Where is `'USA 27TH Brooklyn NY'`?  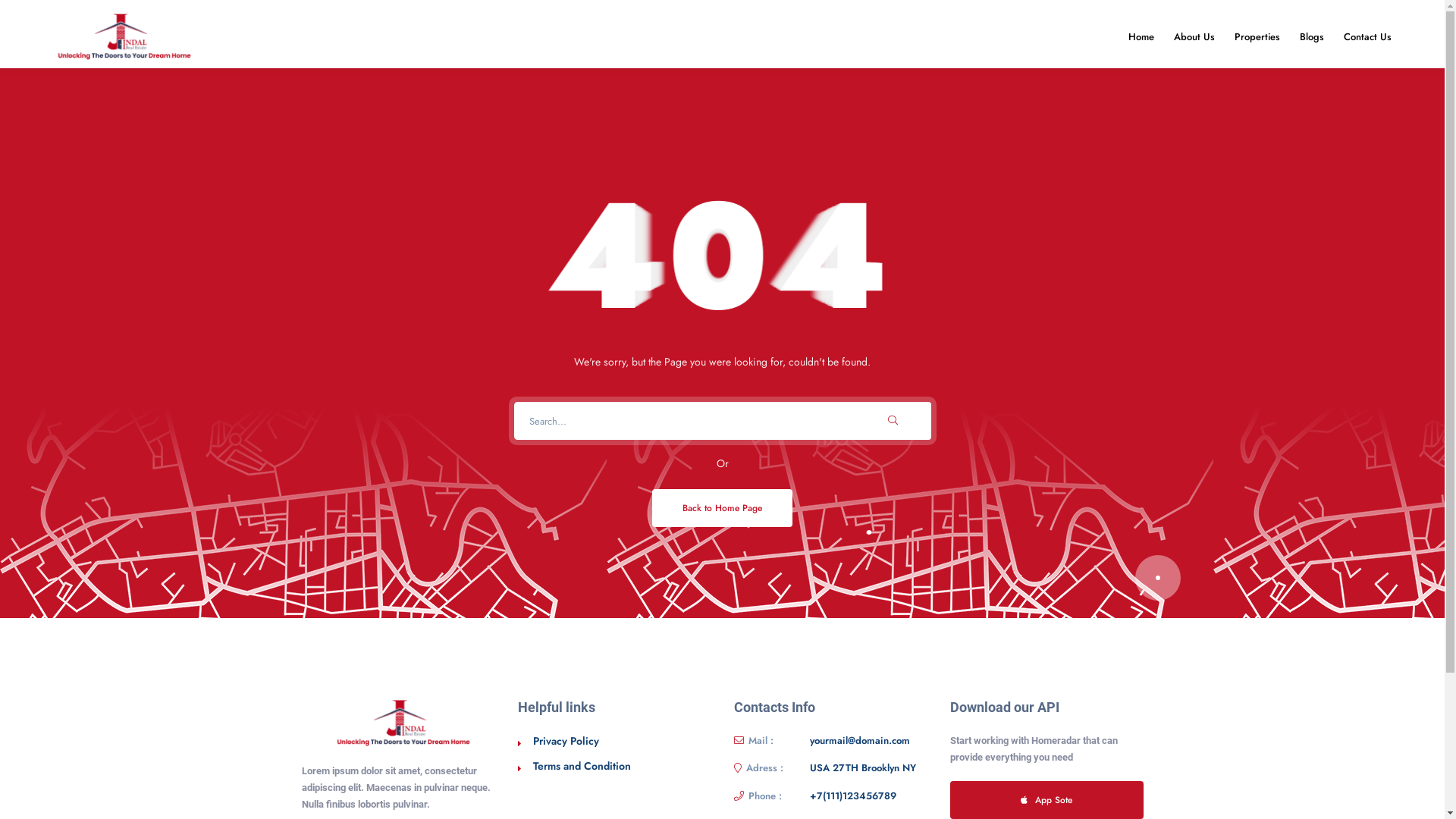
'USA 27TH Brooklyn NY' is located at coordinates (862, 768).